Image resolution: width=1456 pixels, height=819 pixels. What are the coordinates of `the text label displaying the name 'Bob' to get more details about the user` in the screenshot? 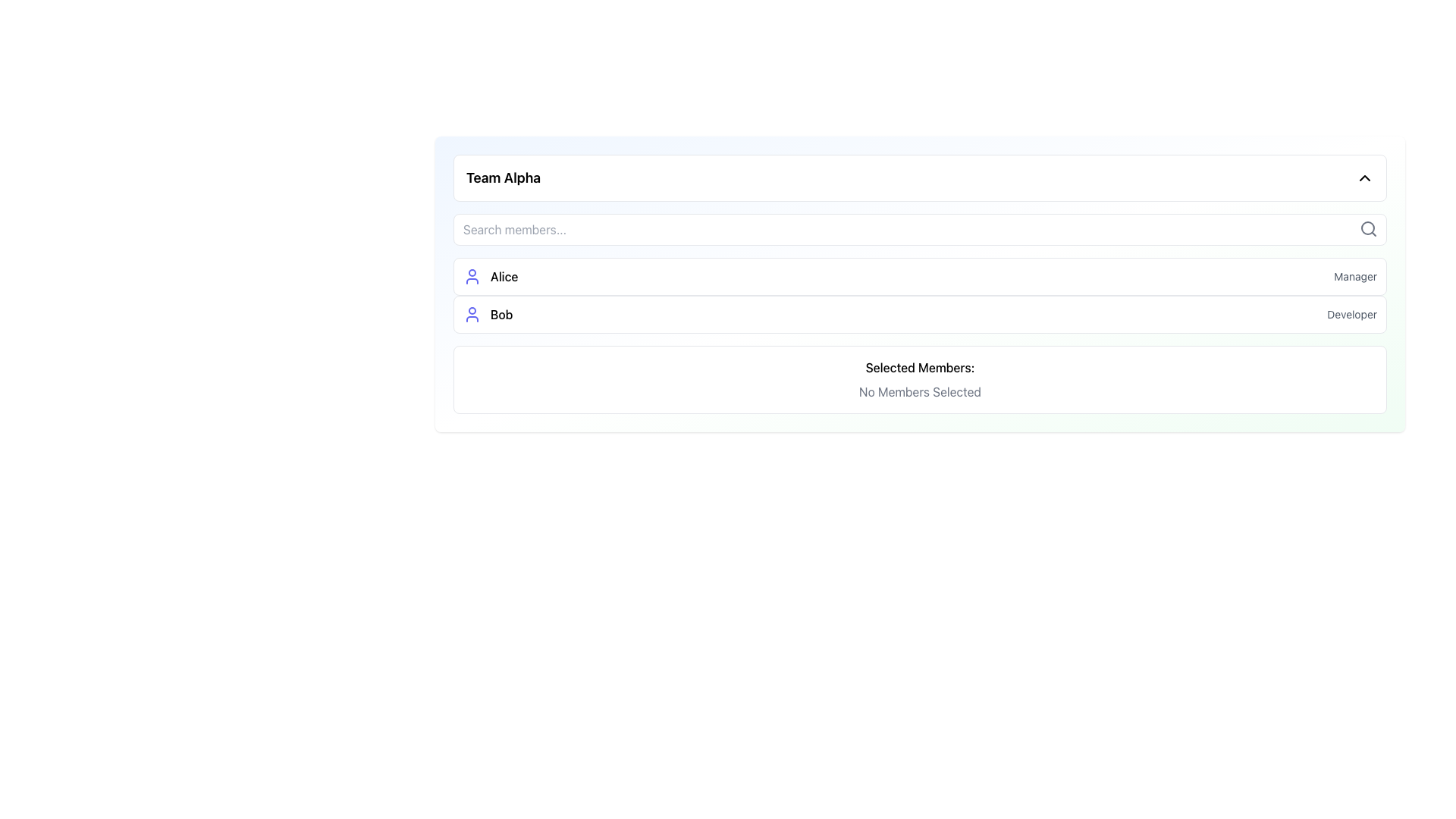 It's located at (488, 314).